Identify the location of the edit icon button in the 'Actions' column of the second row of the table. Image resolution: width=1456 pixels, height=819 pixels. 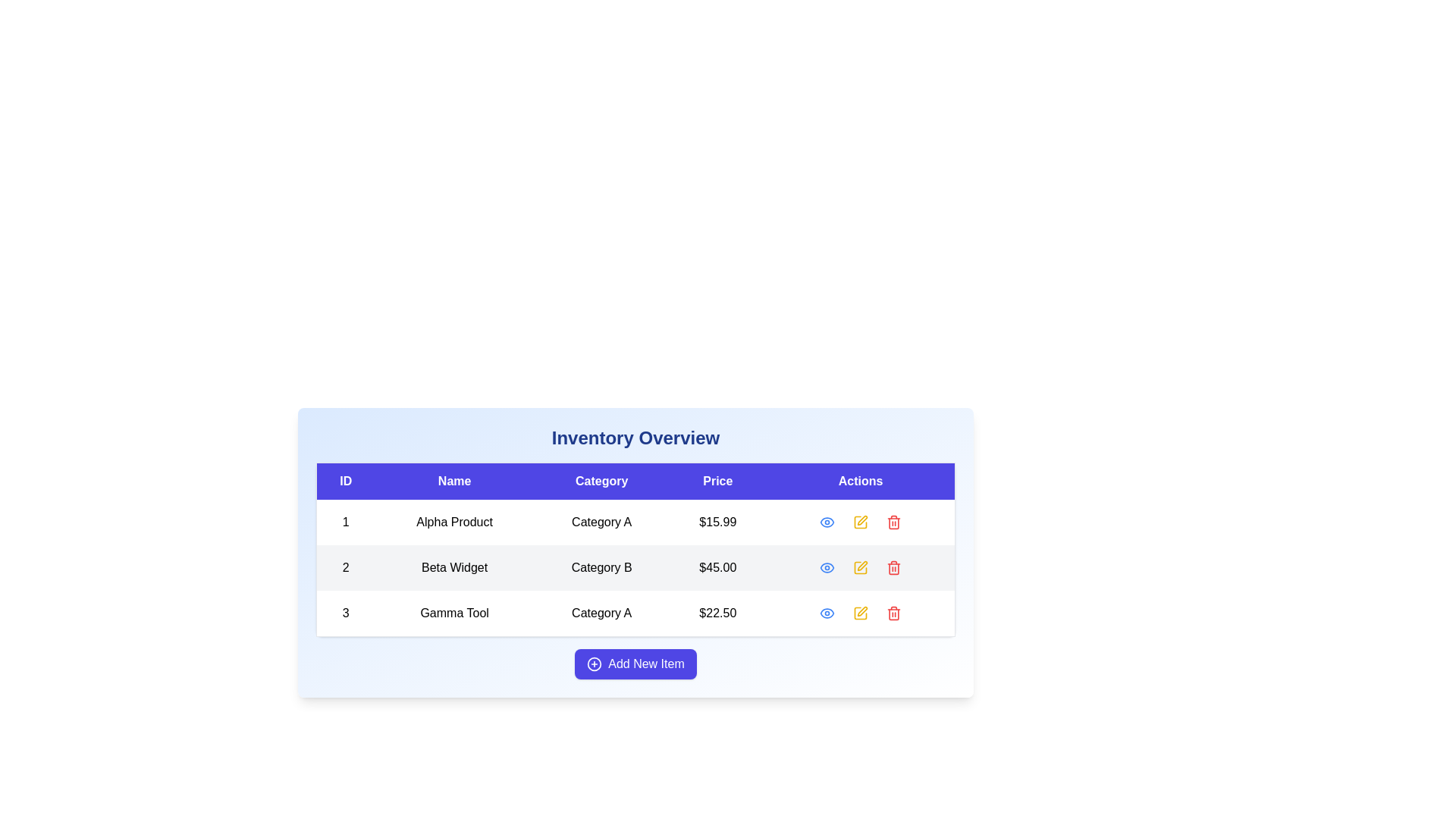
(861, 522).